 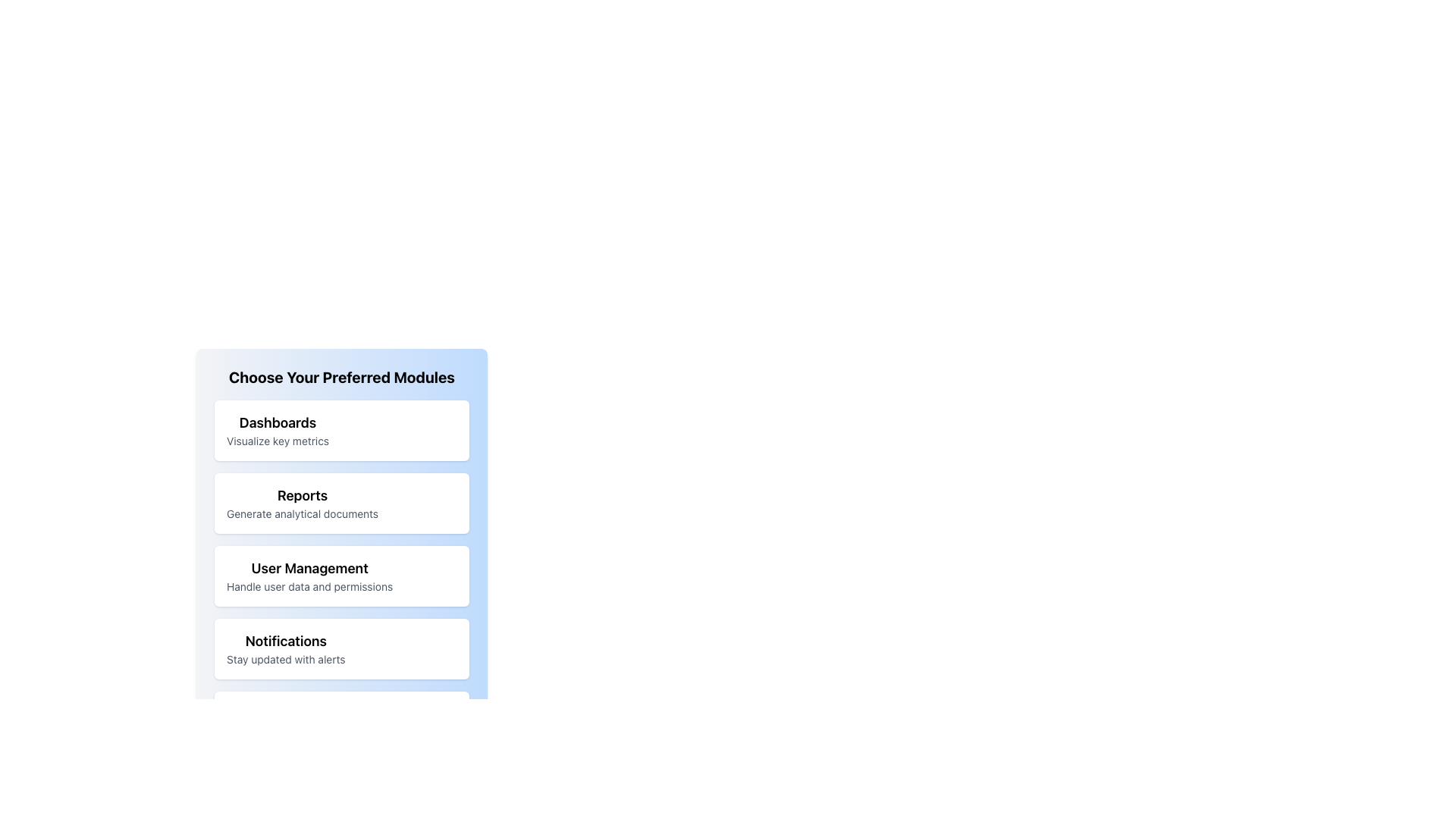 I want to click on the text label displaying 'Generate analytical documents', which is positioned below the 'Reports' header in the vertical menu layout, so click(x=302, y=513).